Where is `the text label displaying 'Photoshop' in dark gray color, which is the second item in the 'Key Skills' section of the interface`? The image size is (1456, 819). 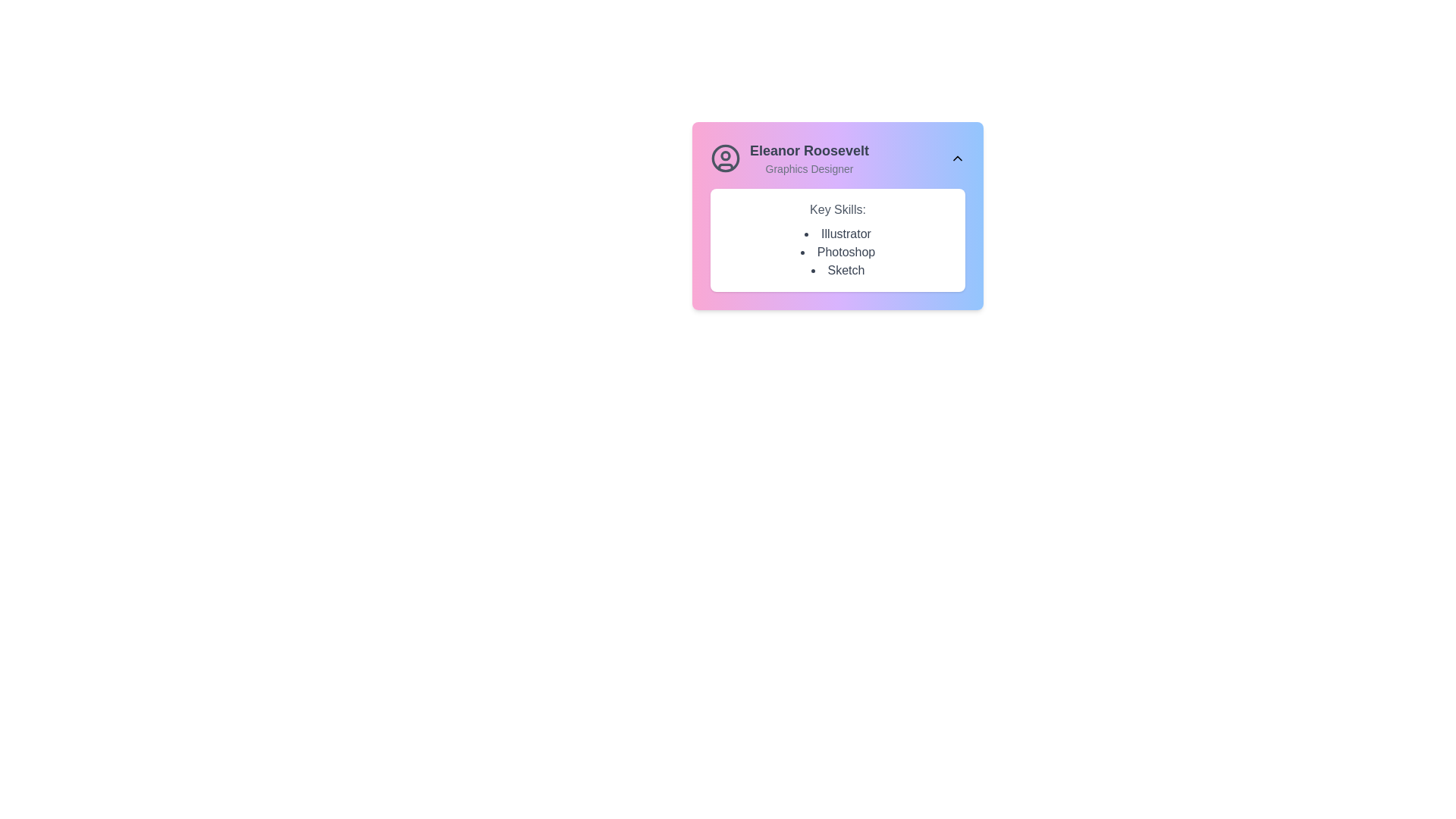 the text label displaying 'Photoshop' in dark gray color, which is the second item in the 'Key Skills' section of the interface is located at coordinates (836, 251).